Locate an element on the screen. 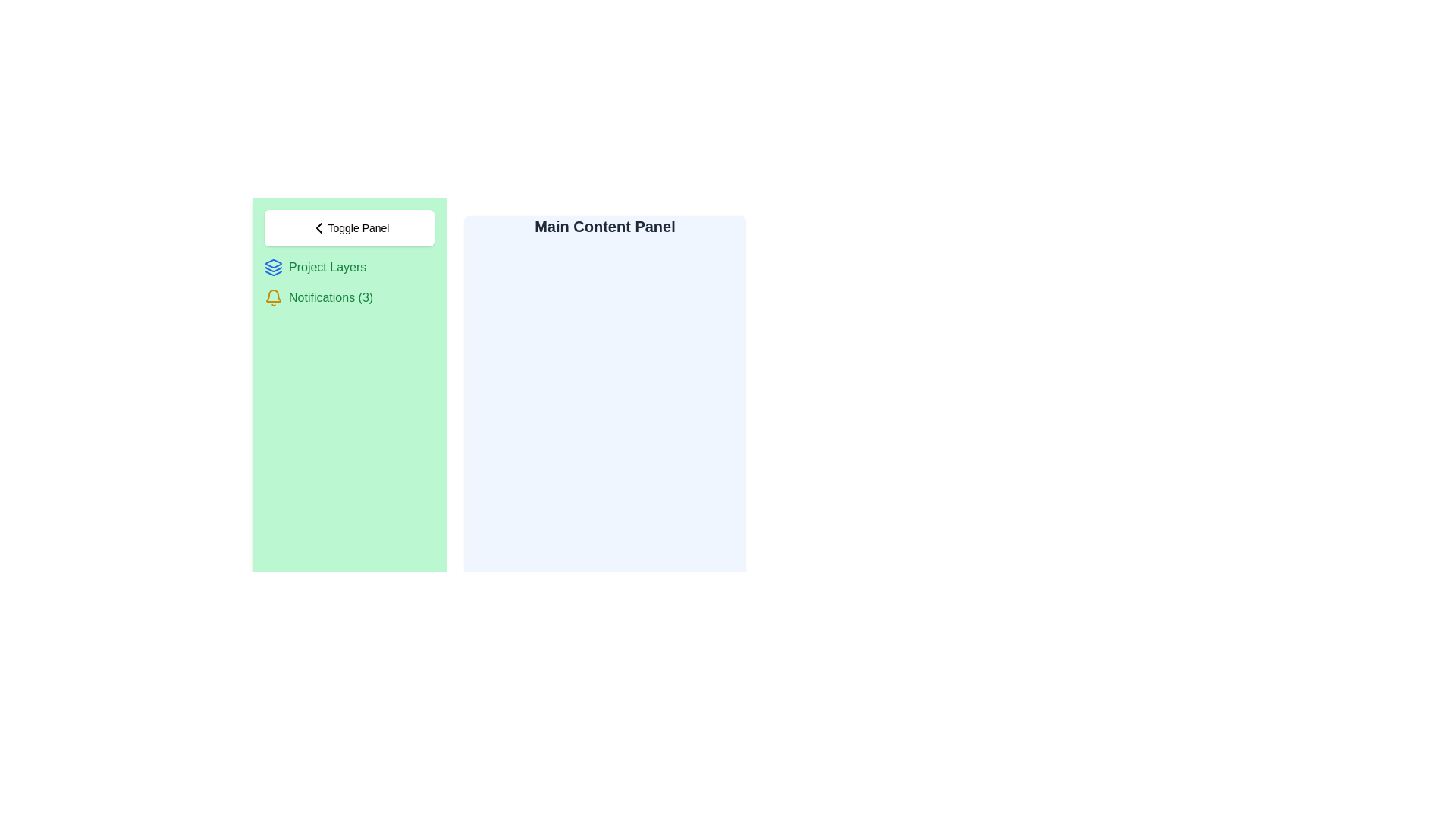 The height and width of the screenshot is (819, 1456). the first menu item in the vertical menu on the left-hand side of the interface is located at coordinates (348, 267).